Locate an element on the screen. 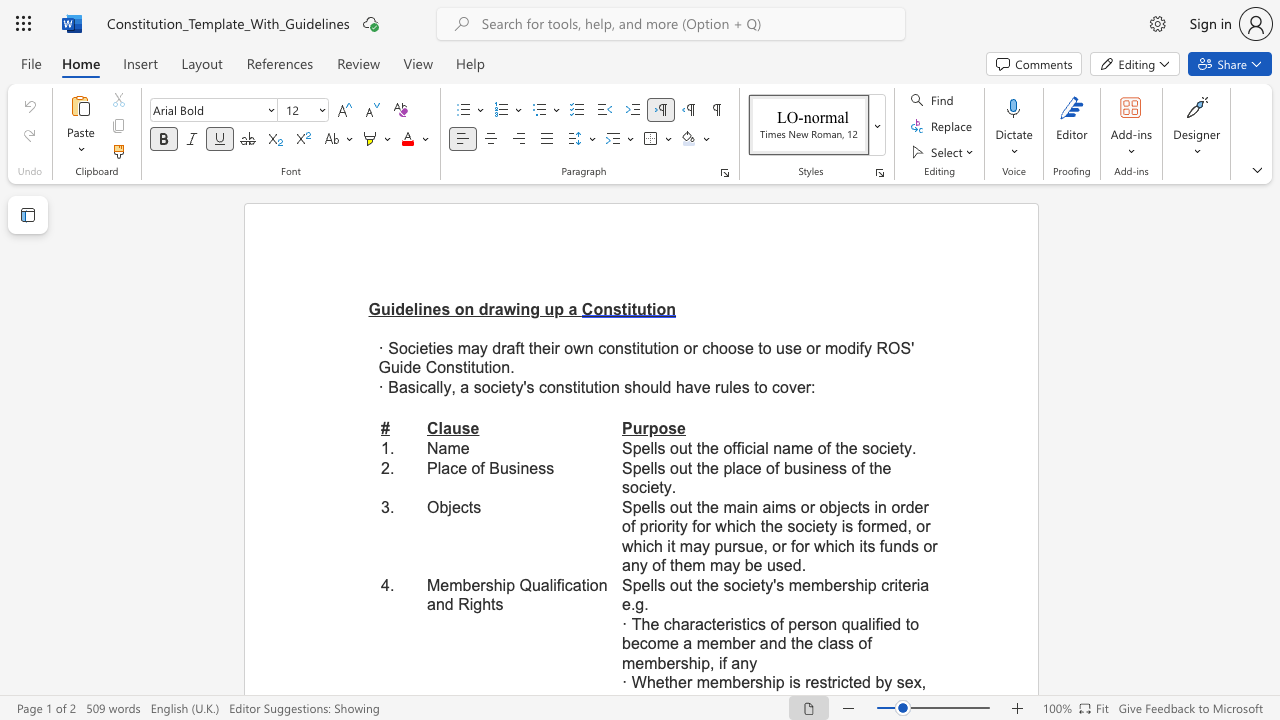  the subset text "hip," within the text "· The characteristics of person qualified to become a member and the class of membership, if any" is located at coordinates (688, 663).